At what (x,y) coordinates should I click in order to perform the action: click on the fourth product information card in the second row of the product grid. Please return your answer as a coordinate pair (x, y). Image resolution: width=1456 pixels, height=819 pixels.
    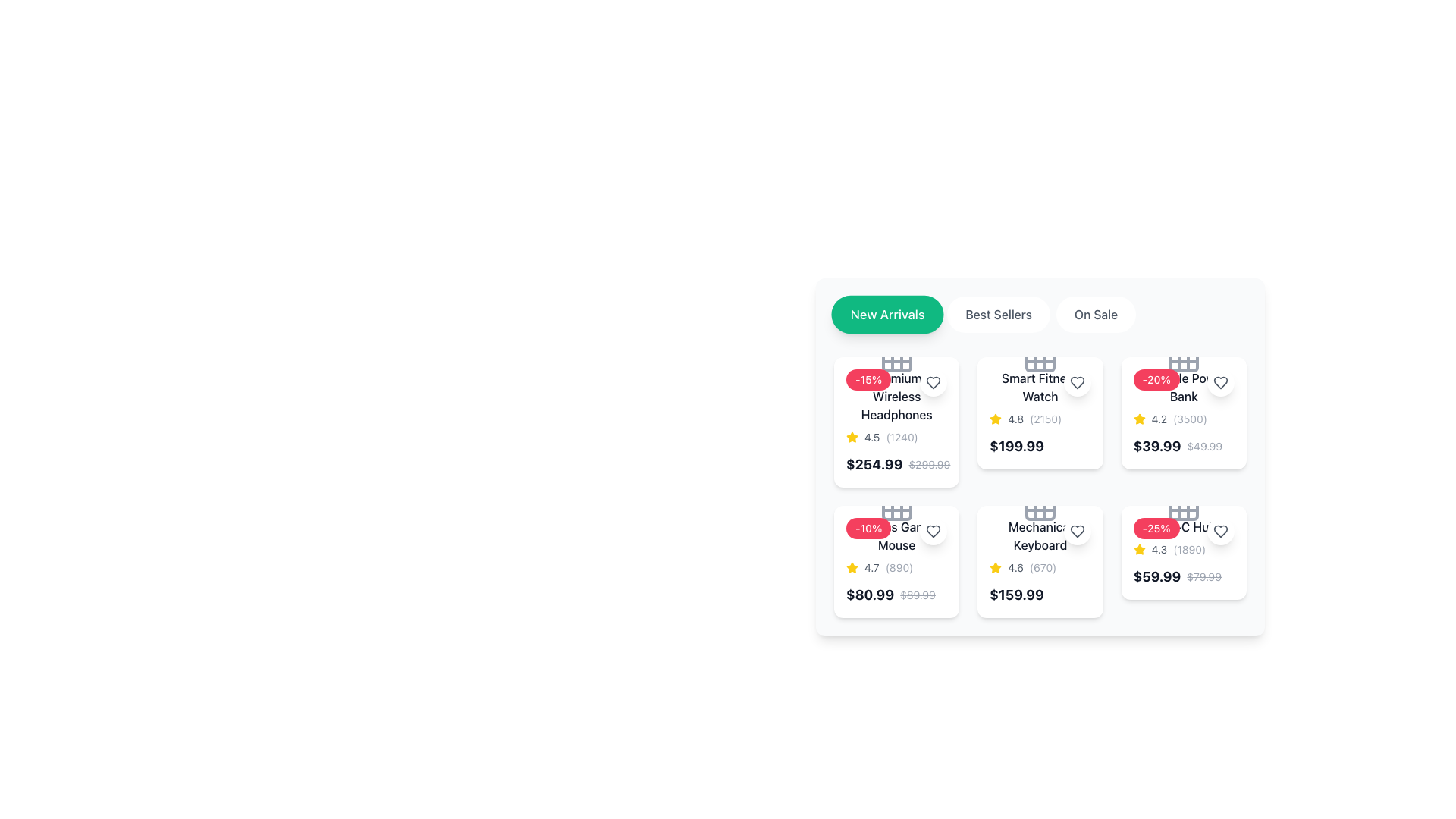
    Looking at the image, I should click on (1183, 553).